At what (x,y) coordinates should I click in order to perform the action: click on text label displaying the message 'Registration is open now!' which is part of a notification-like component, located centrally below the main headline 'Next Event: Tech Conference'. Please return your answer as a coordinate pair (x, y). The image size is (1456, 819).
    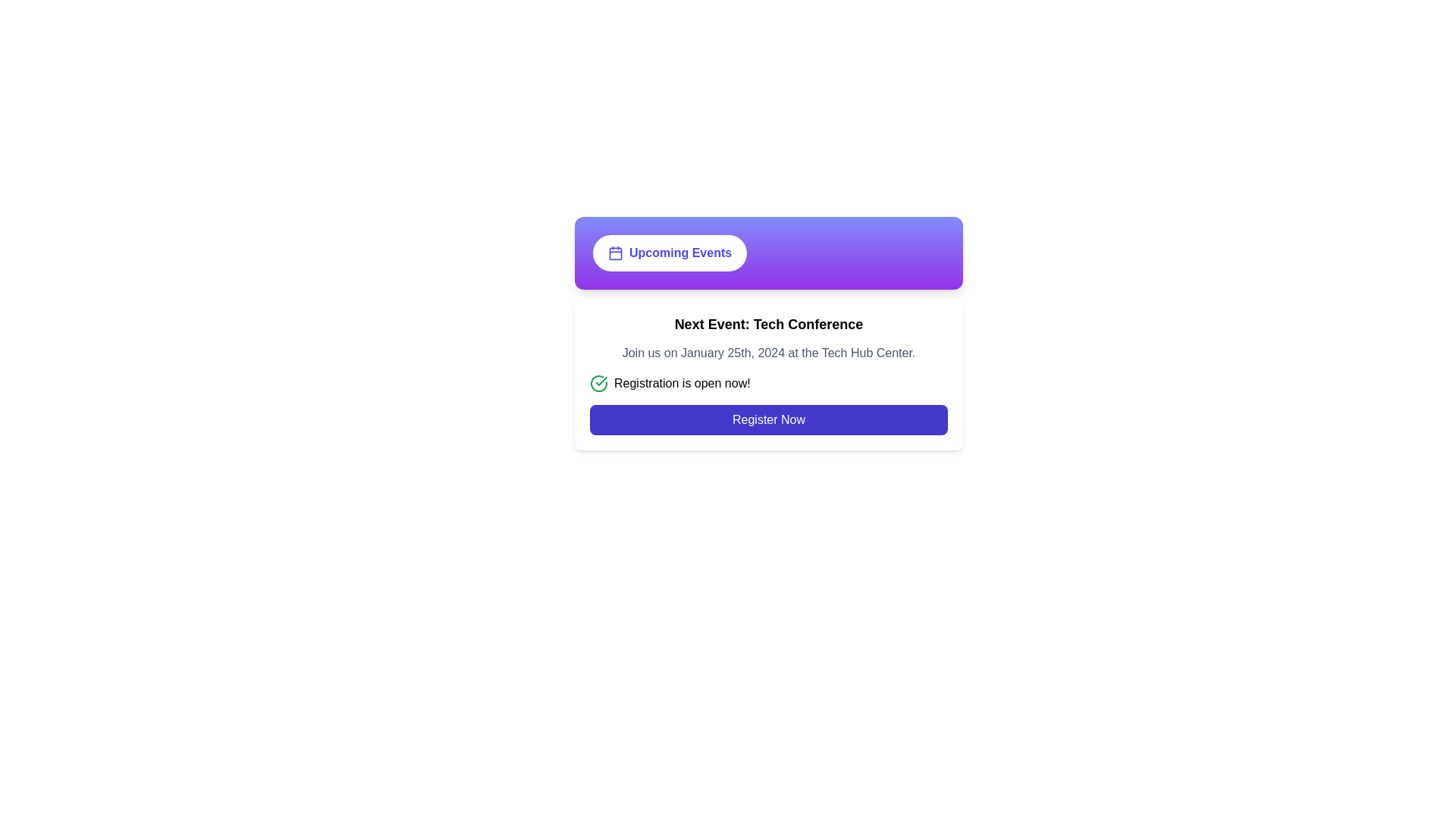
    Looking at the image, I should click on (681, 382).